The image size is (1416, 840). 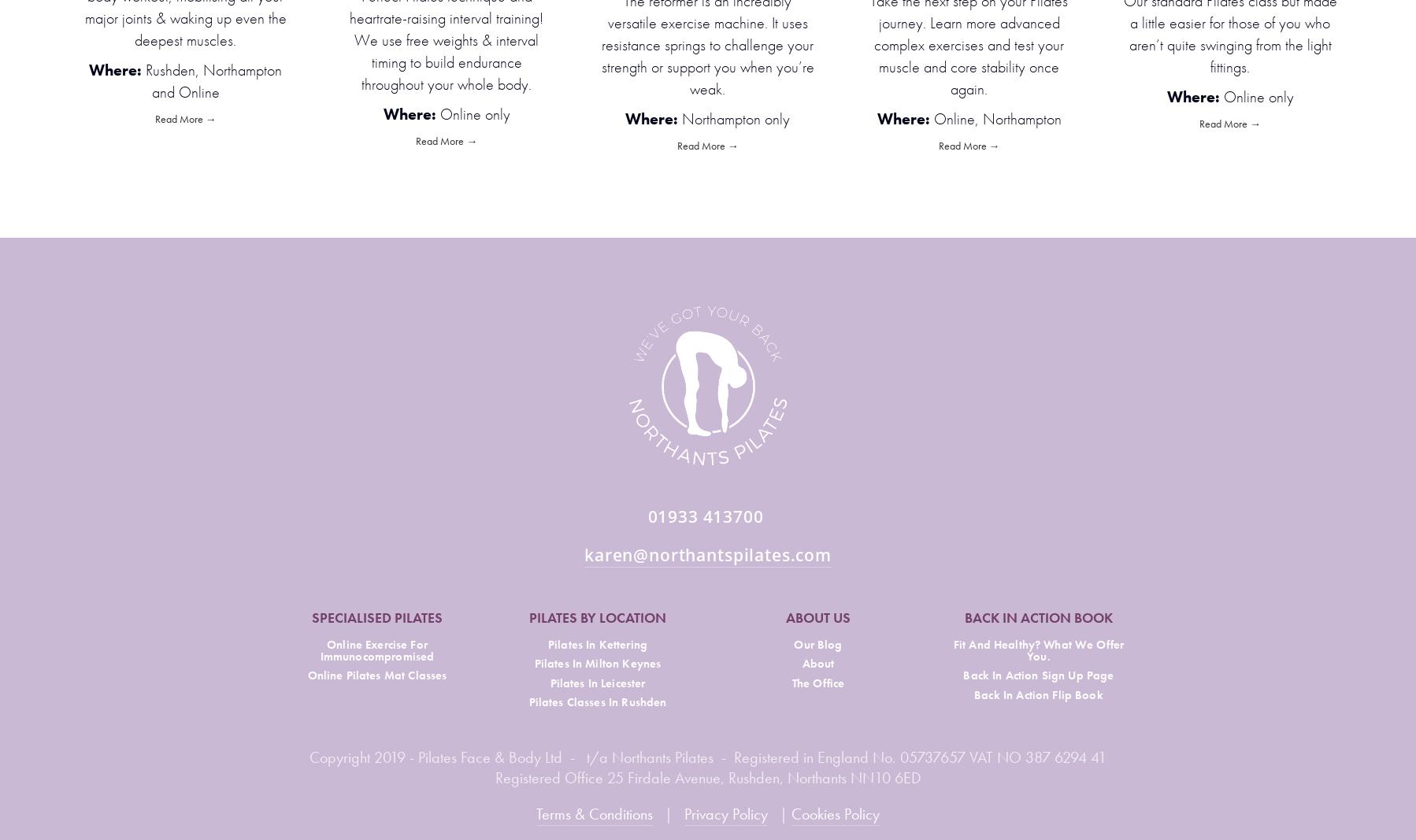 I want to click on '01933 413700', so click(x=707, y=516).